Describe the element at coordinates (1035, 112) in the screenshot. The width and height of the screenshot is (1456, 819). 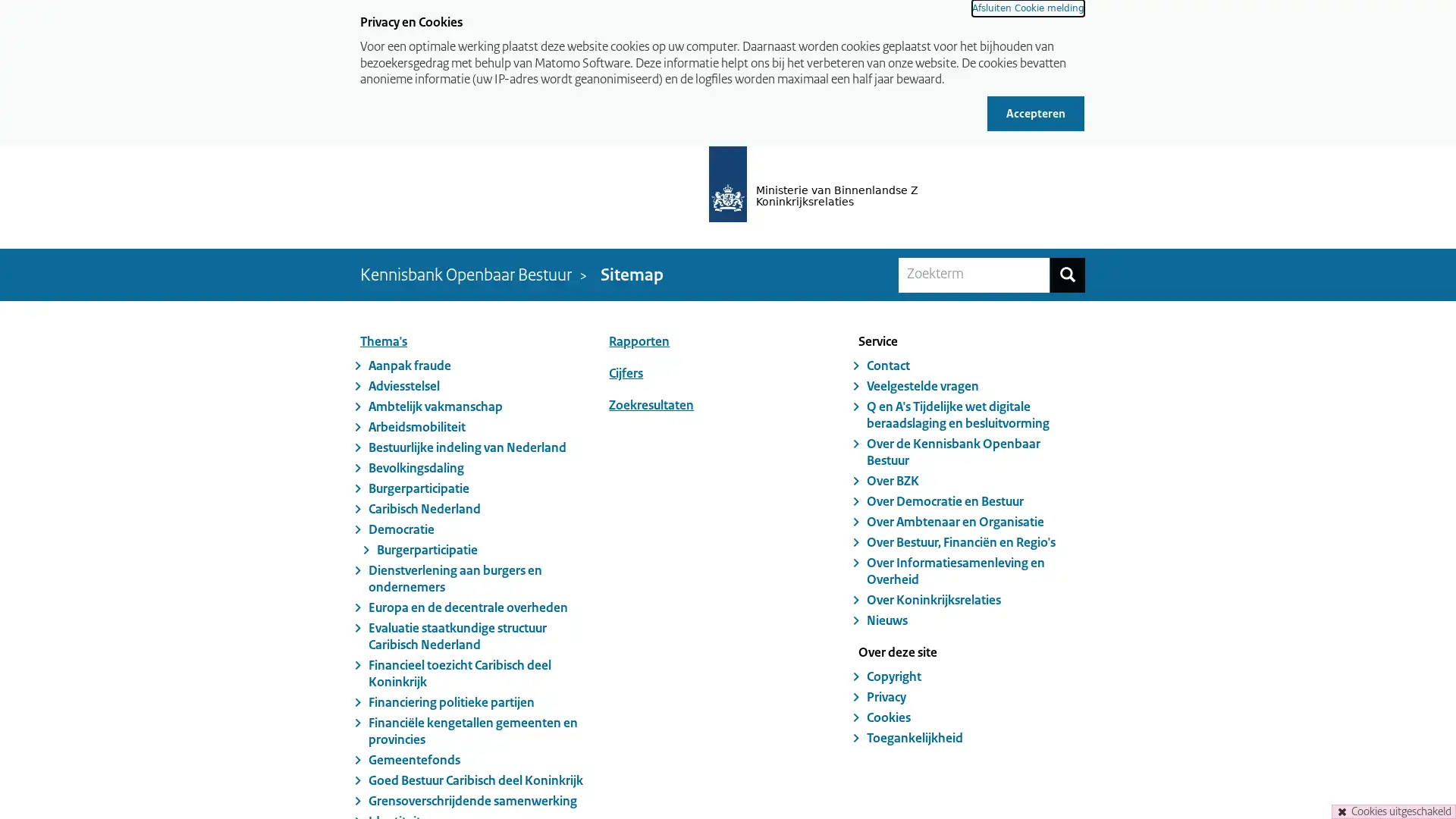
I see `Accepteren` at that location.